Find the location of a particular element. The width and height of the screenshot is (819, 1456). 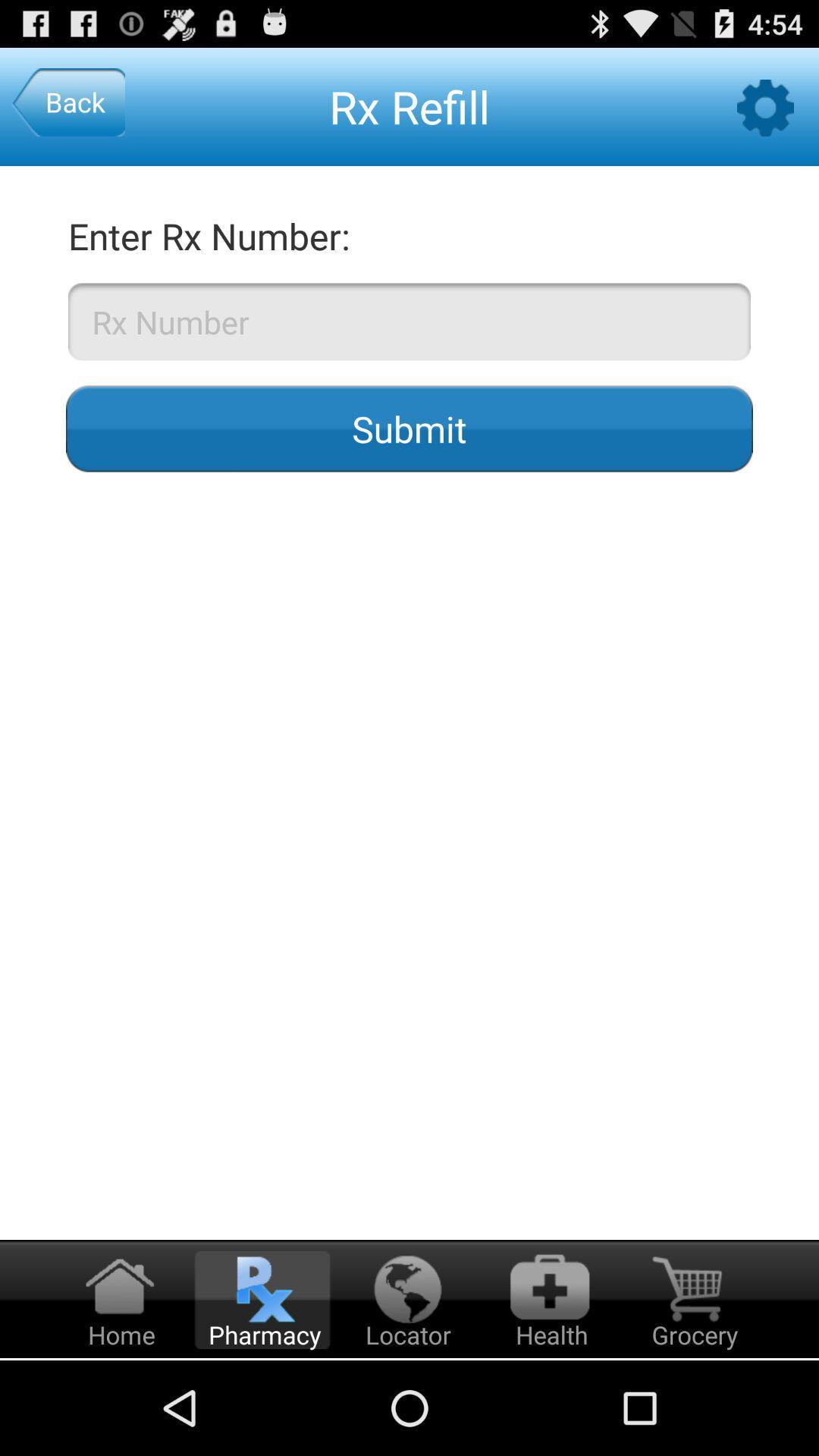

the add icon is located at coordinates (549, 1391).